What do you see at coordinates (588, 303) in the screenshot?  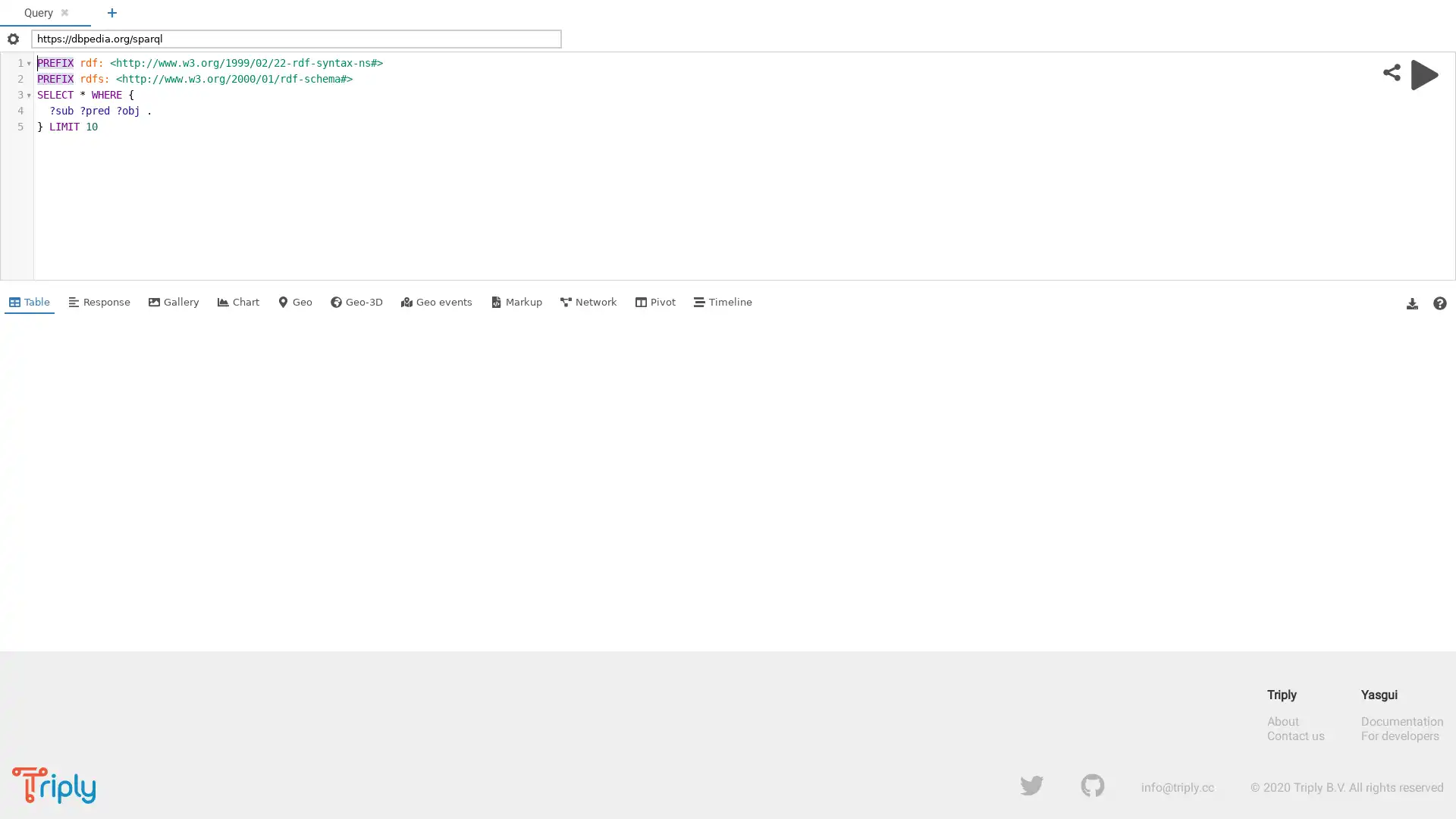 I see `Shows Network view` at bounding box center [588, 303].